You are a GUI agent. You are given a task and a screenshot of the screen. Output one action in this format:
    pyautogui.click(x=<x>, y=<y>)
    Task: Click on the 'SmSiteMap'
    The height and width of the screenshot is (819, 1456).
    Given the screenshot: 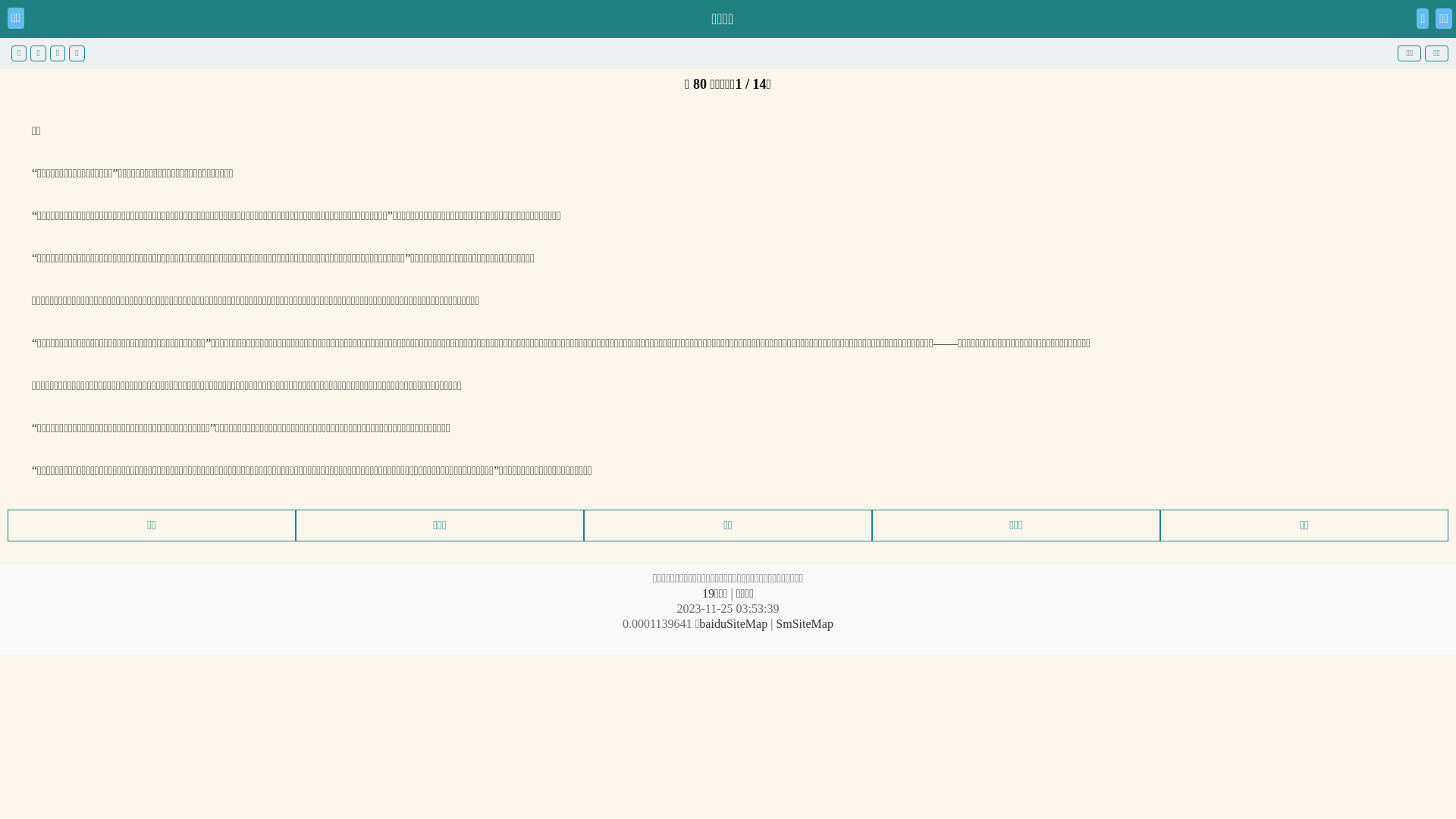 What is the action you would take?
    pyautogui.click(x=803, y=623)
    